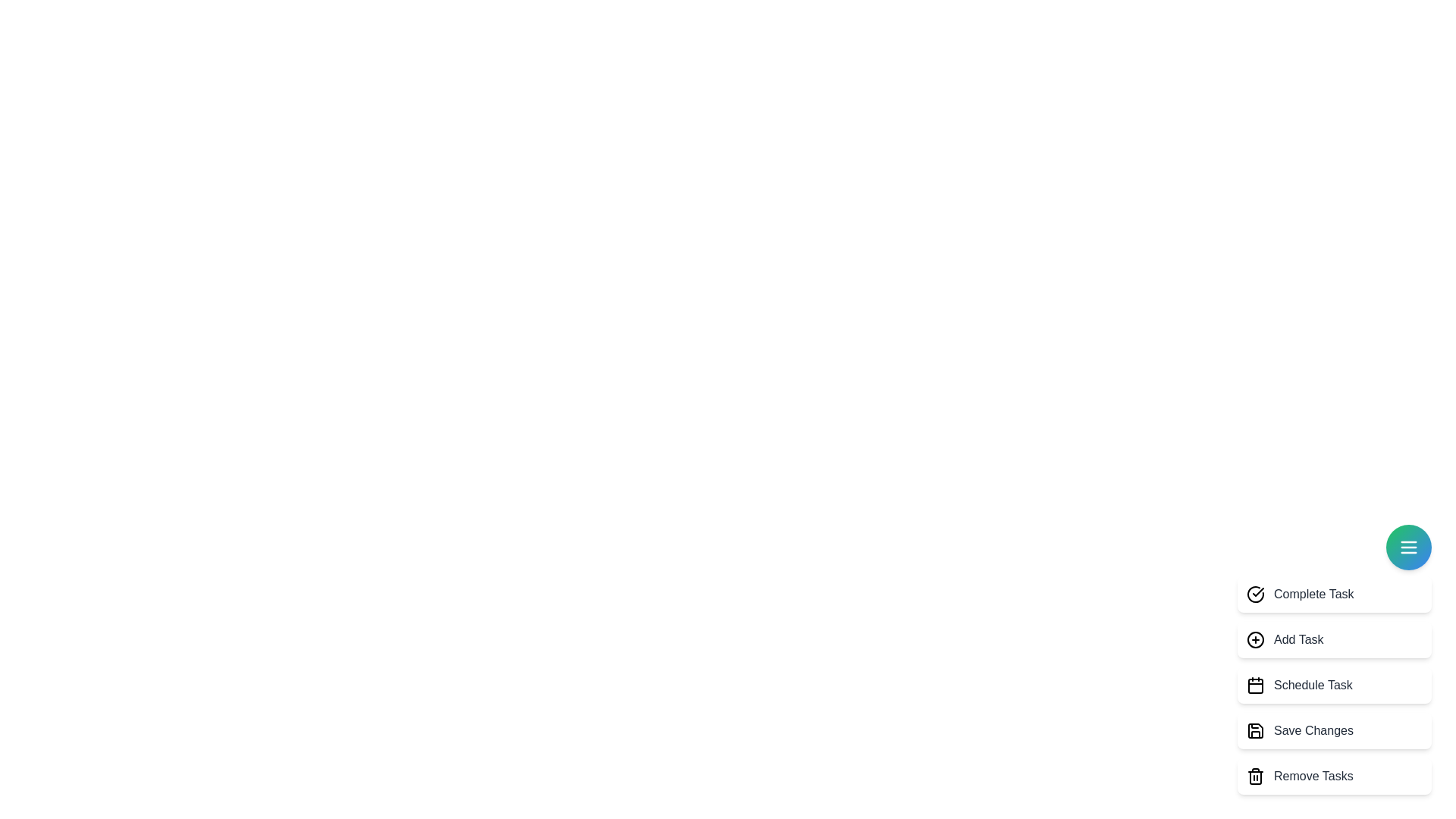 The height and width of the screenshot is (819, 1456). Describe the element at coordinates (1407, 547) in the screenshot. I see `the menu button to toggle the visibility of the menu` at that location.